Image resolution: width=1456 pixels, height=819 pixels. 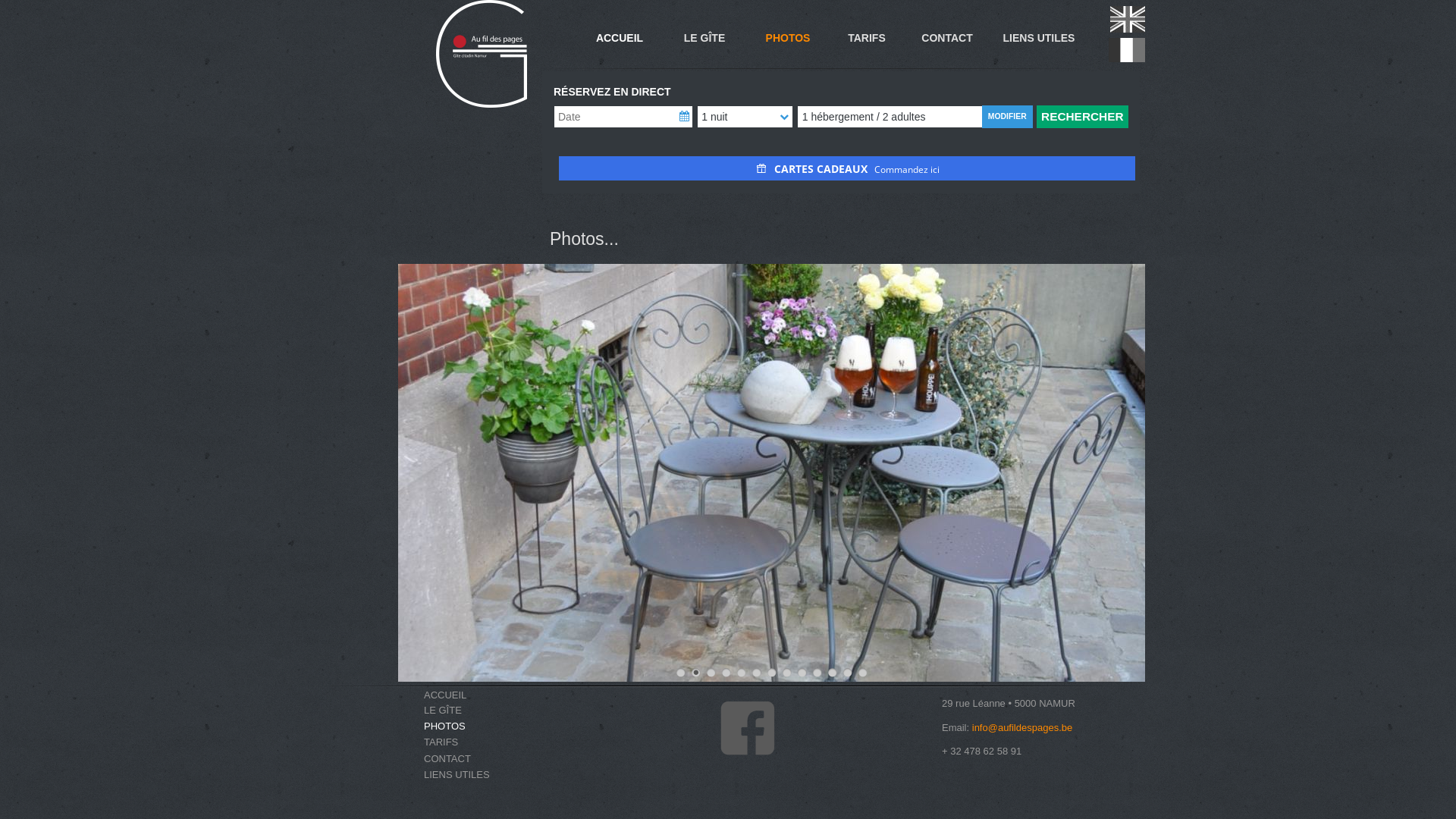 What do you see at coordinates (440, 740) in the screenshot?
I see `'TARIFS'` at bounding box center [440, 740].